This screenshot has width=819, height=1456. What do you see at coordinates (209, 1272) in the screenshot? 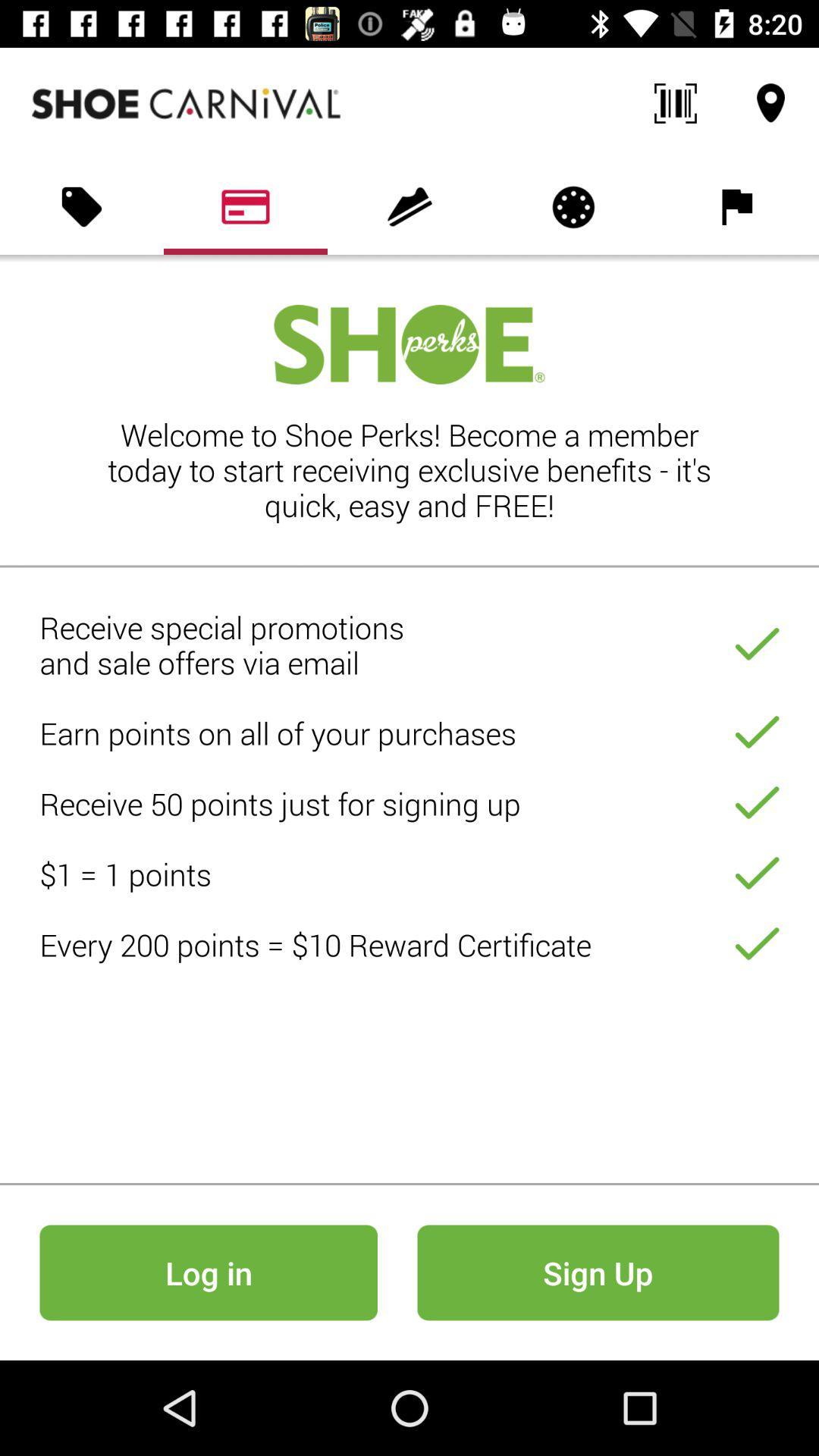
I see `log in icon` at bounding box center [209, 1272].